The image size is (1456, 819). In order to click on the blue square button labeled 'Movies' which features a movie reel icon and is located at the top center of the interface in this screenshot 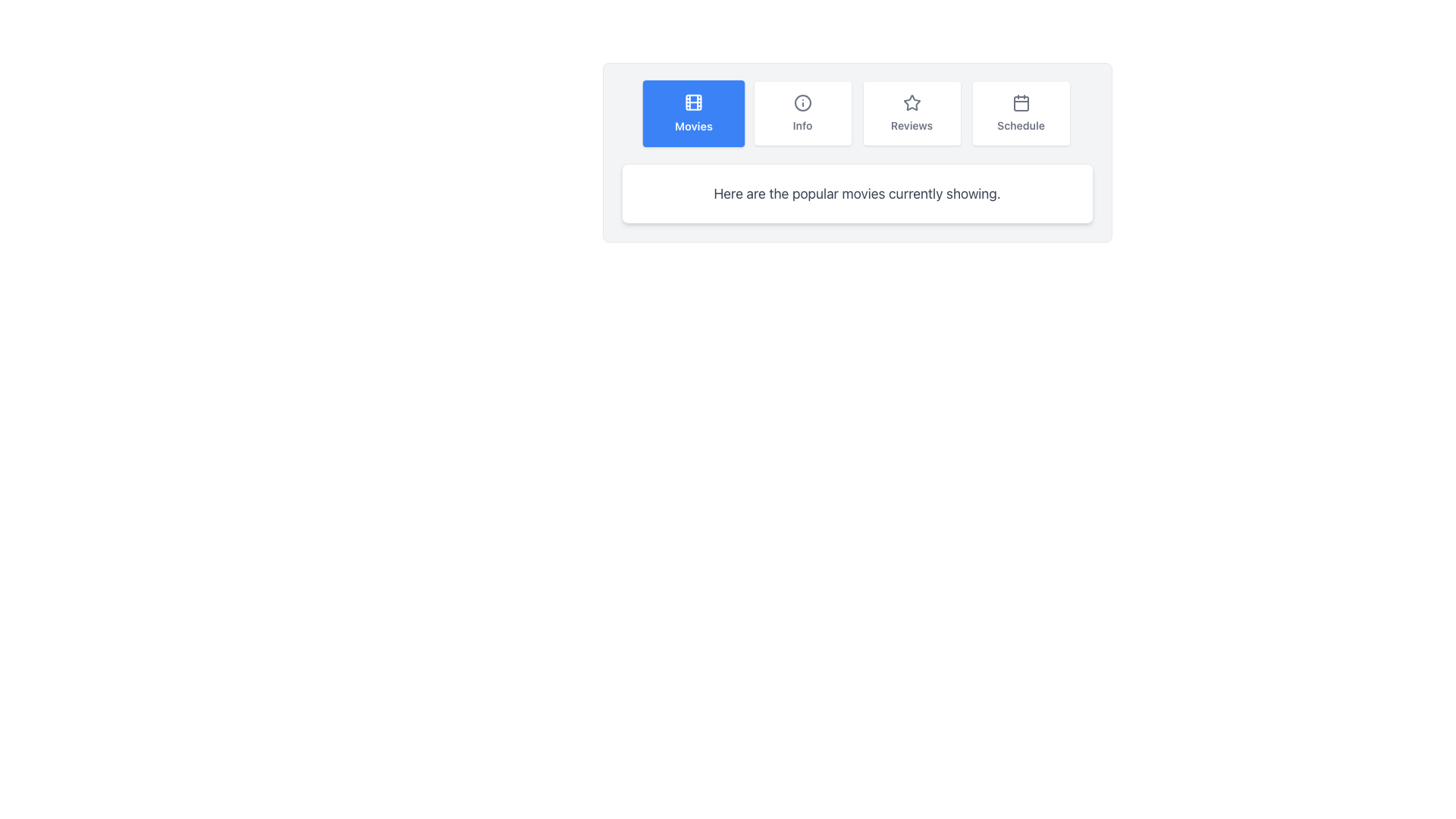, I will do `click(692, 113)`.